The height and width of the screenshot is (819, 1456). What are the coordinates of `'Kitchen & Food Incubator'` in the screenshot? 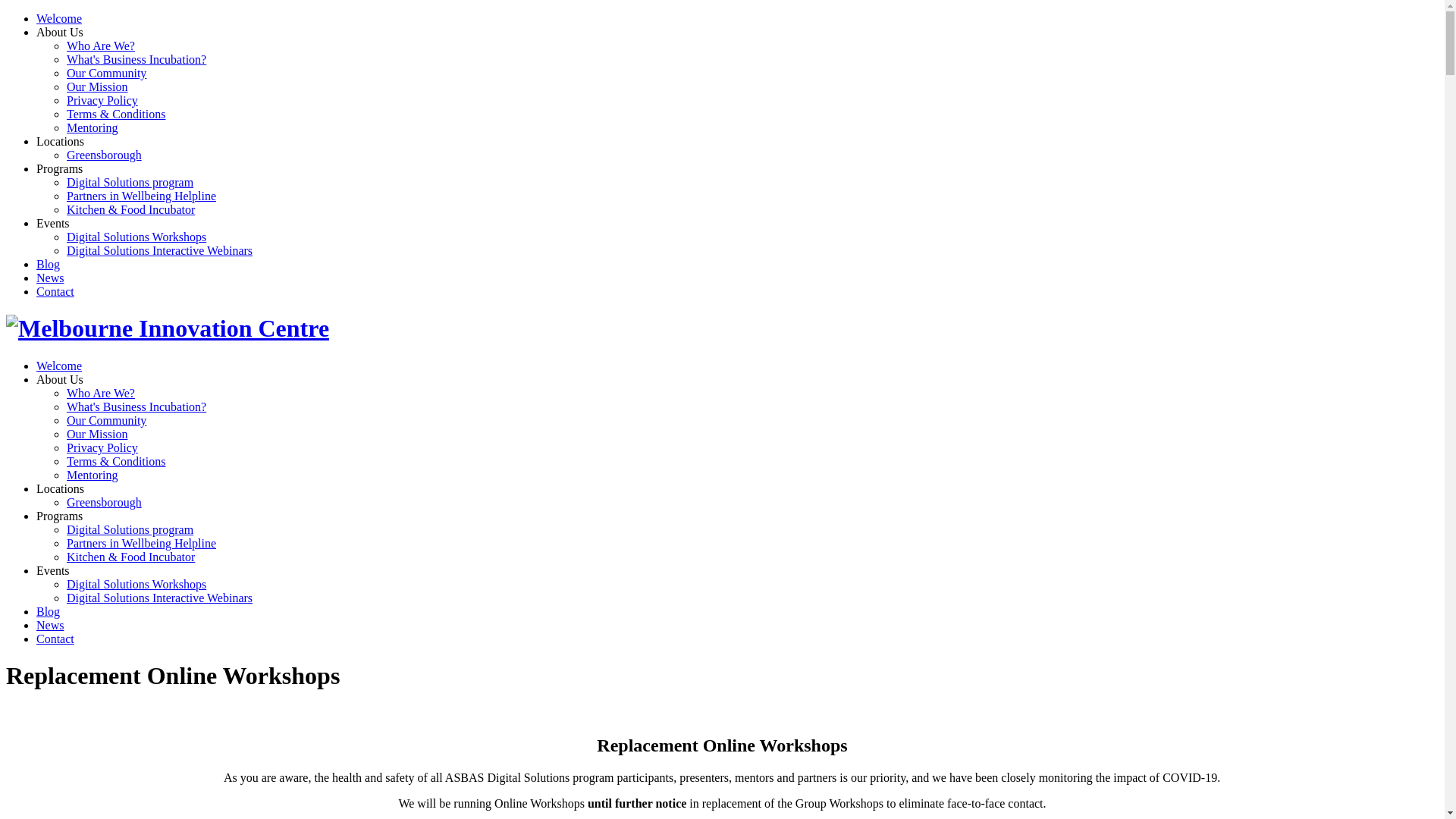 It's located at (130, 209).